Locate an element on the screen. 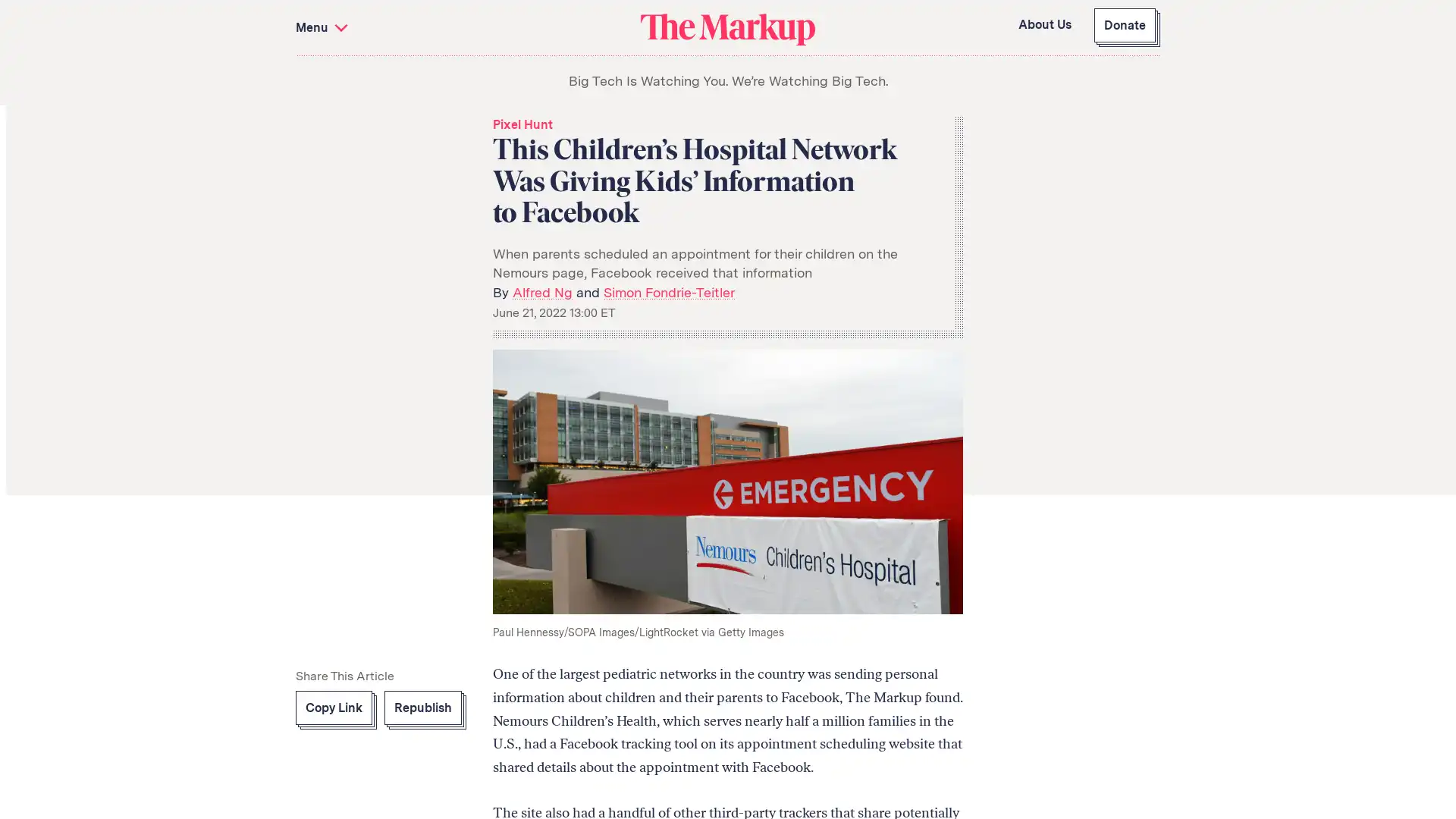 The height and width of the screenshot is (819, 1456). Subscribe is located at coordinates (1113, 726).